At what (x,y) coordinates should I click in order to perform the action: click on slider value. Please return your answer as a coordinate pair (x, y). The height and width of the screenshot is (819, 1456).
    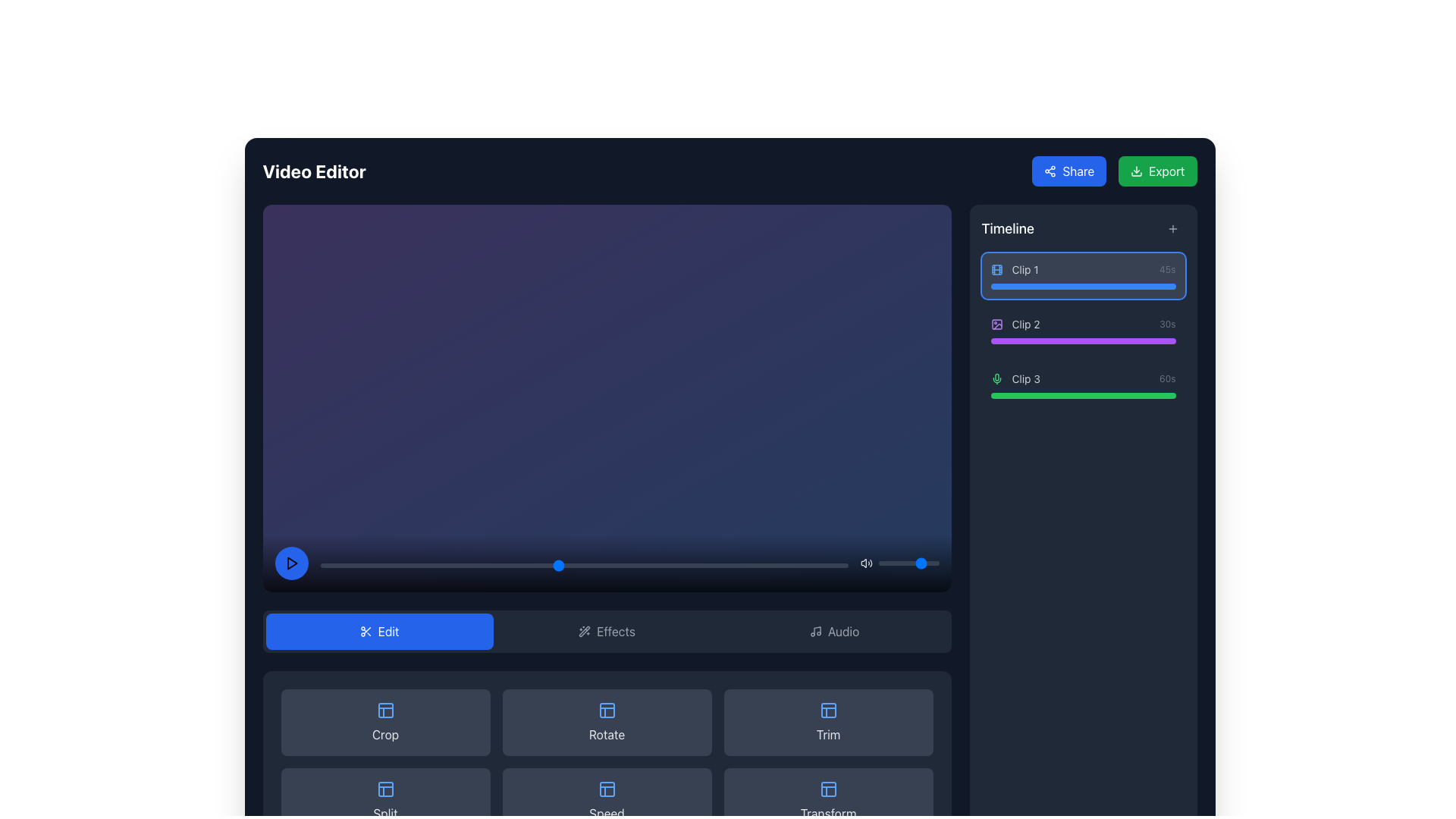
    Looking at the image, I should click on (836, 564).